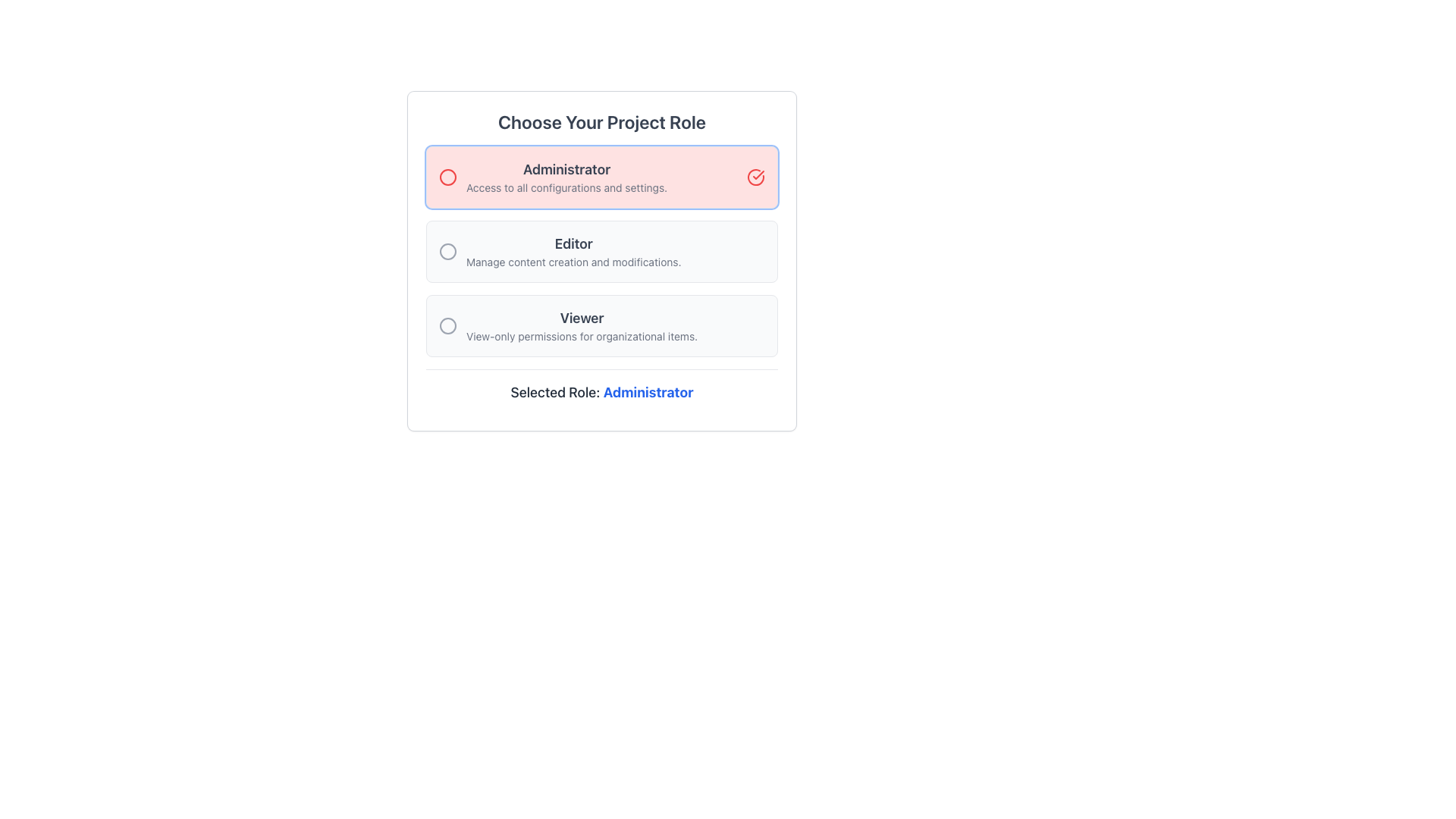 The width and height of the screenshot is (1456, 819). What do you see at coordinates (601, 250) in the screenshot?
I see `the 'Editor' role radio button, which is the second option in the role selection group, located below the 'Administrator' card and above the 'Viewer' card` at bounding box center [601, 250].